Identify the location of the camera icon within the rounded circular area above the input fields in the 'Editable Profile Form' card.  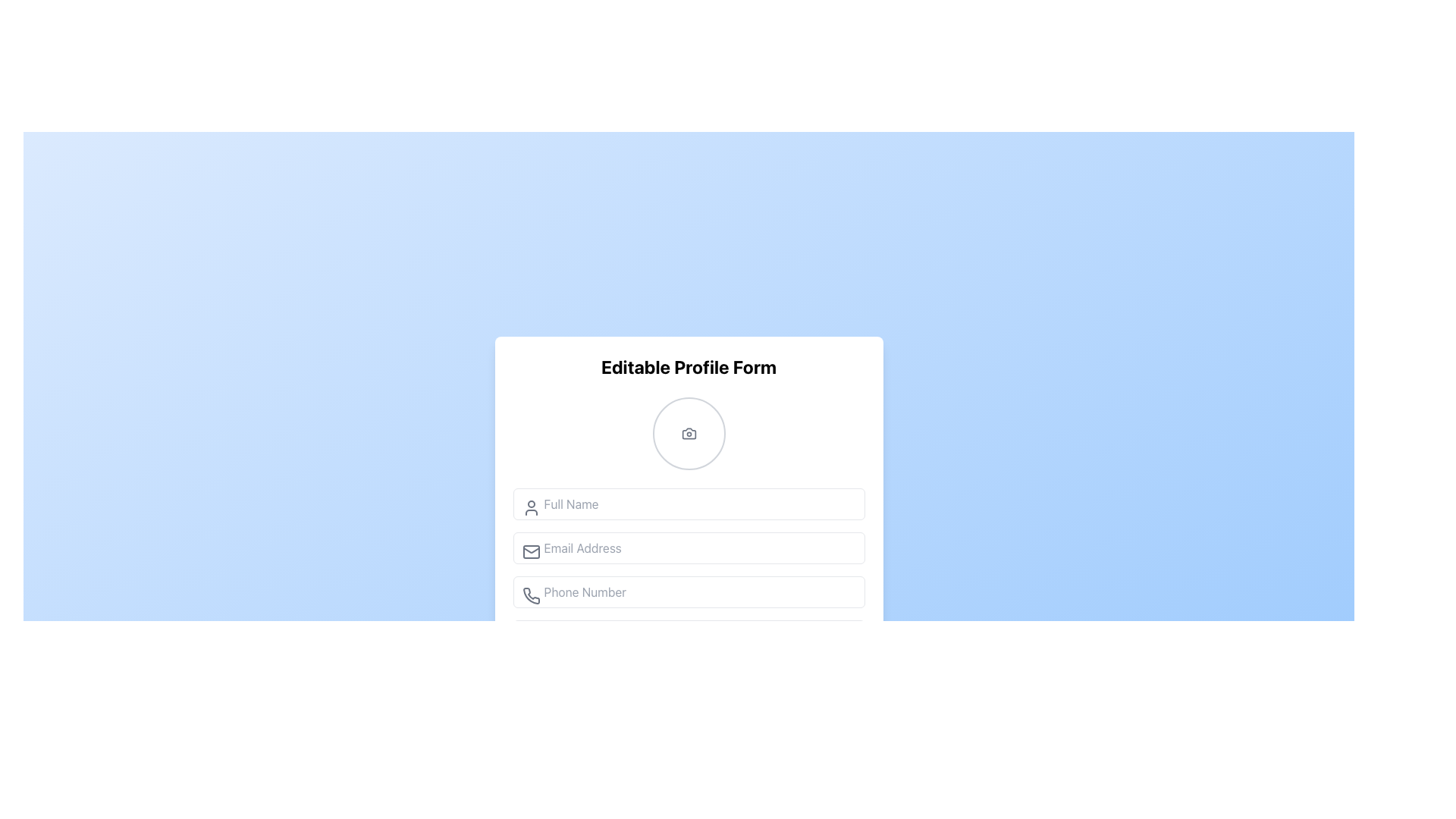
(688, 433).